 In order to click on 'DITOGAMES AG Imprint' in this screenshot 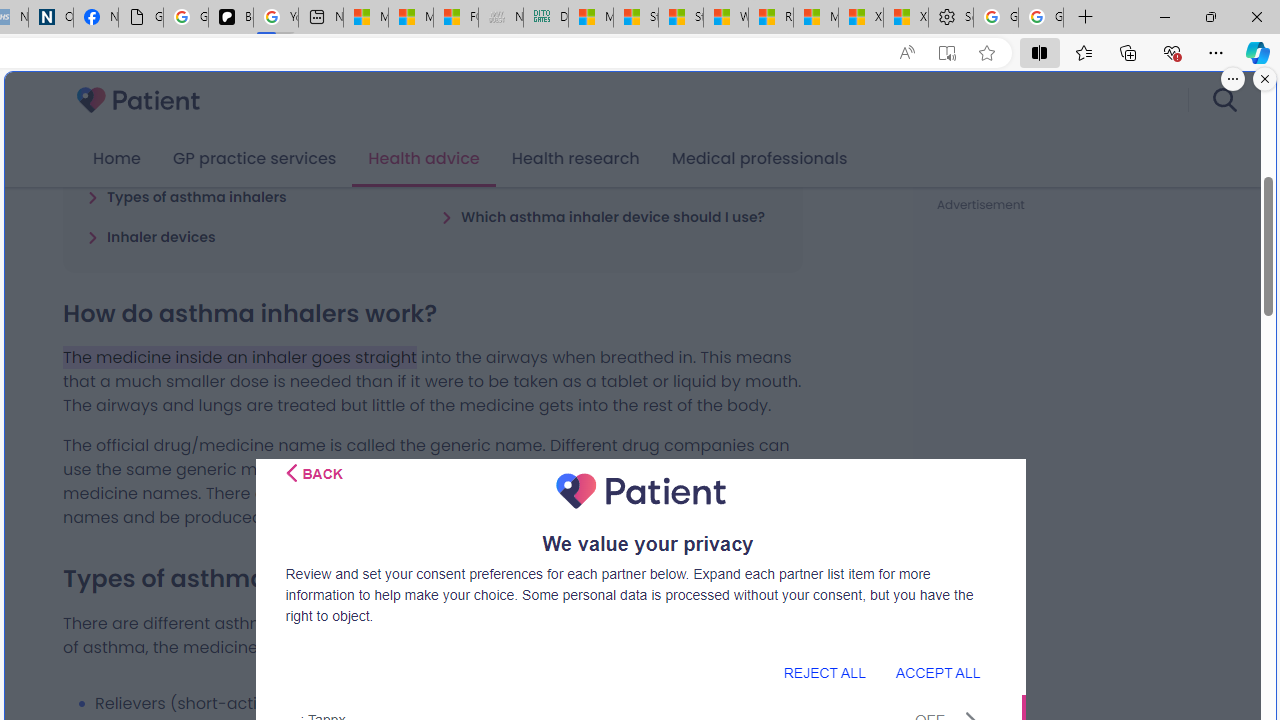, I will do `click(545, 17)`.